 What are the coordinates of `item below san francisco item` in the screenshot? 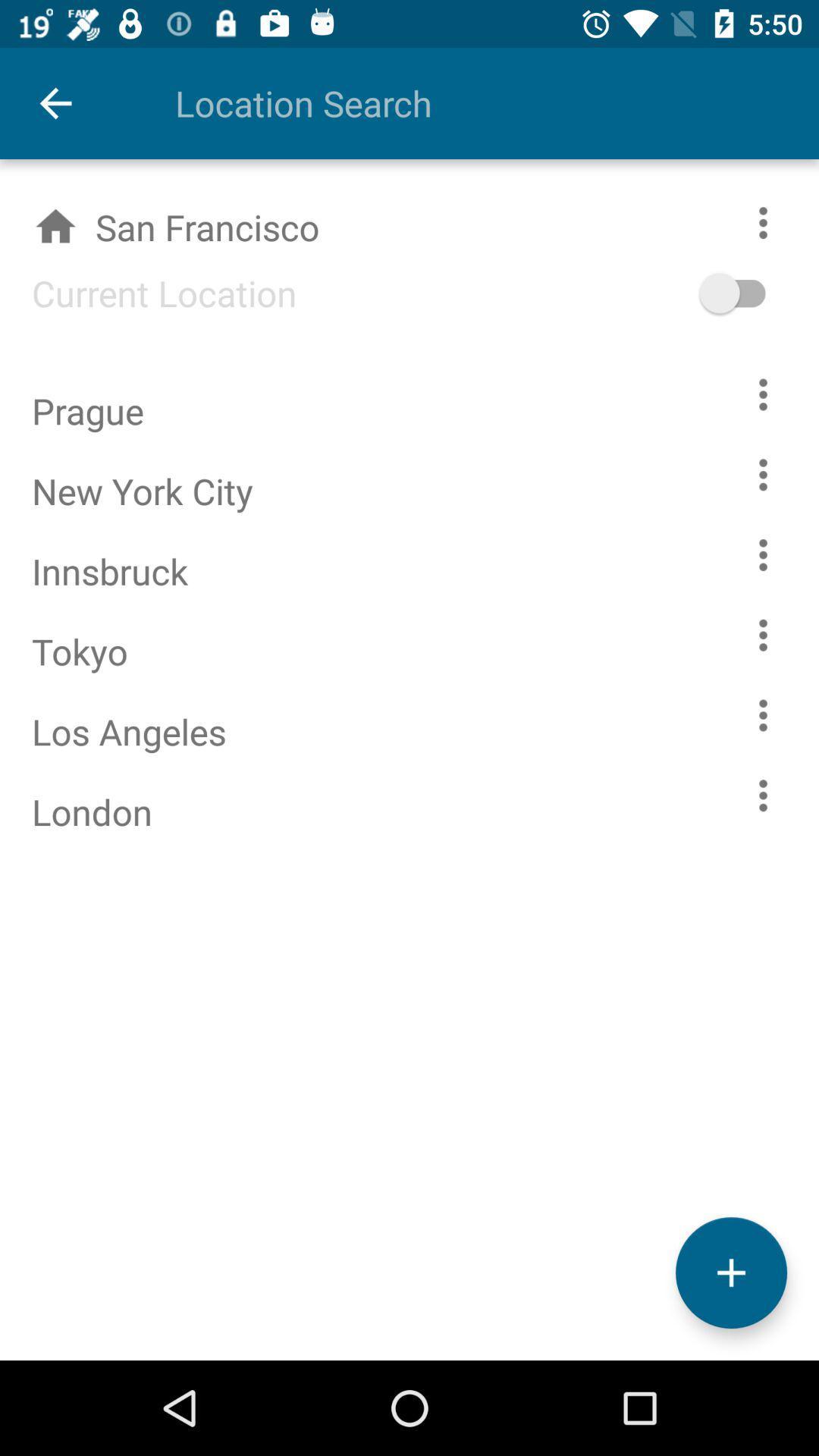 It's located at (148, 293).